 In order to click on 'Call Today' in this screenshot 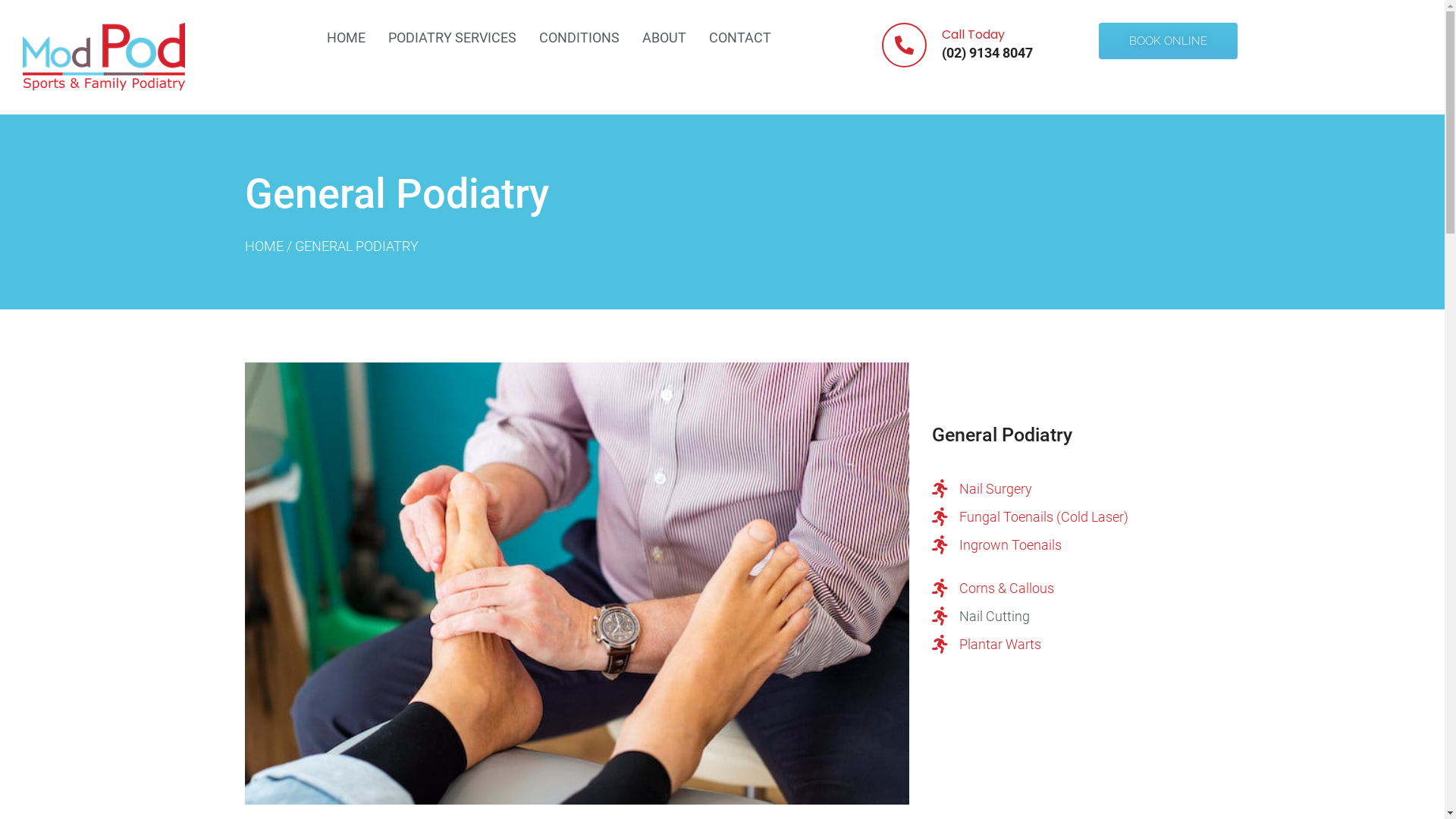, I will do `click(973, 34)`.